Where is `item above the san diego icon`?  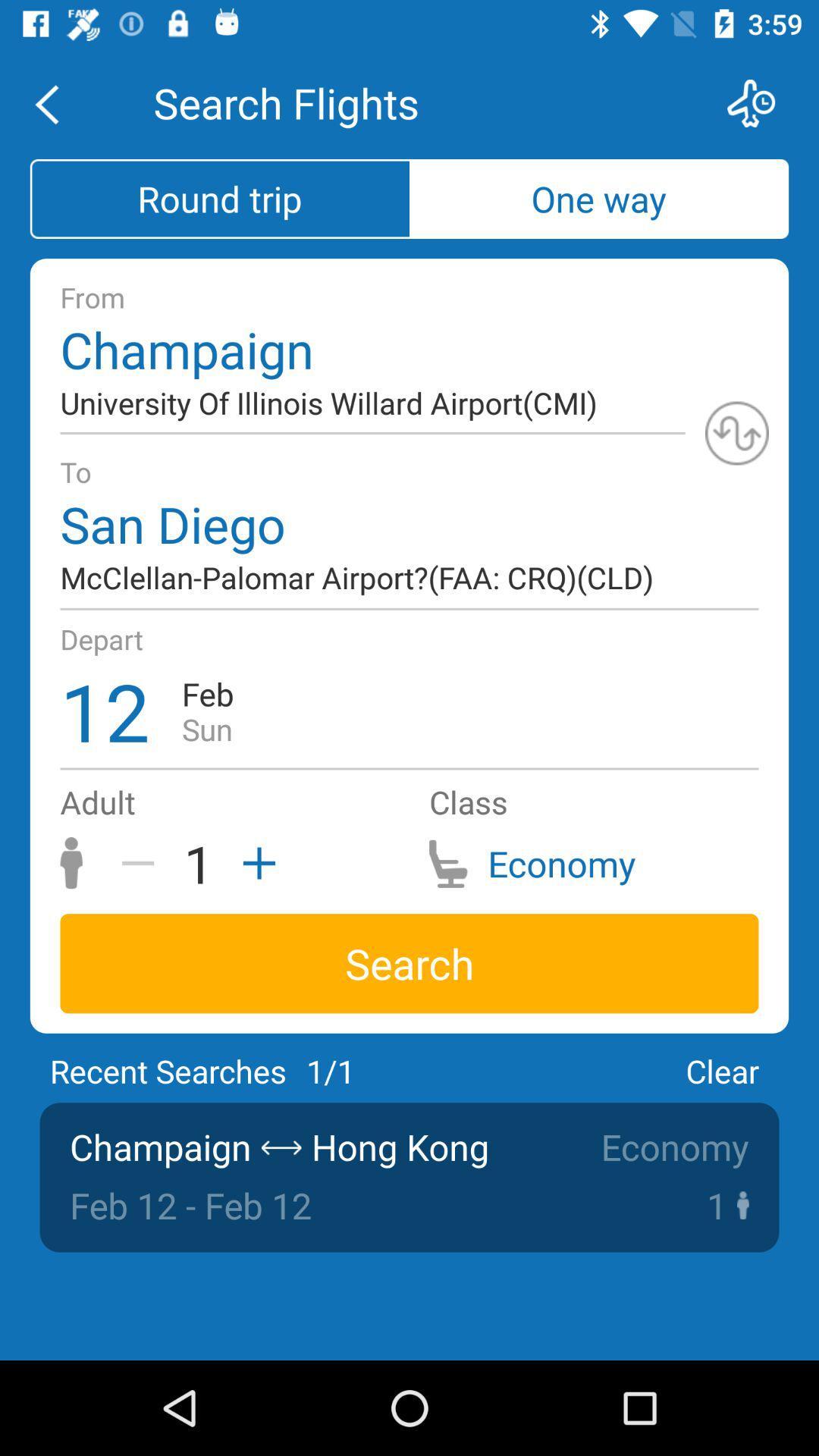
item above the san diego icon is located at coordinates (736, 432).